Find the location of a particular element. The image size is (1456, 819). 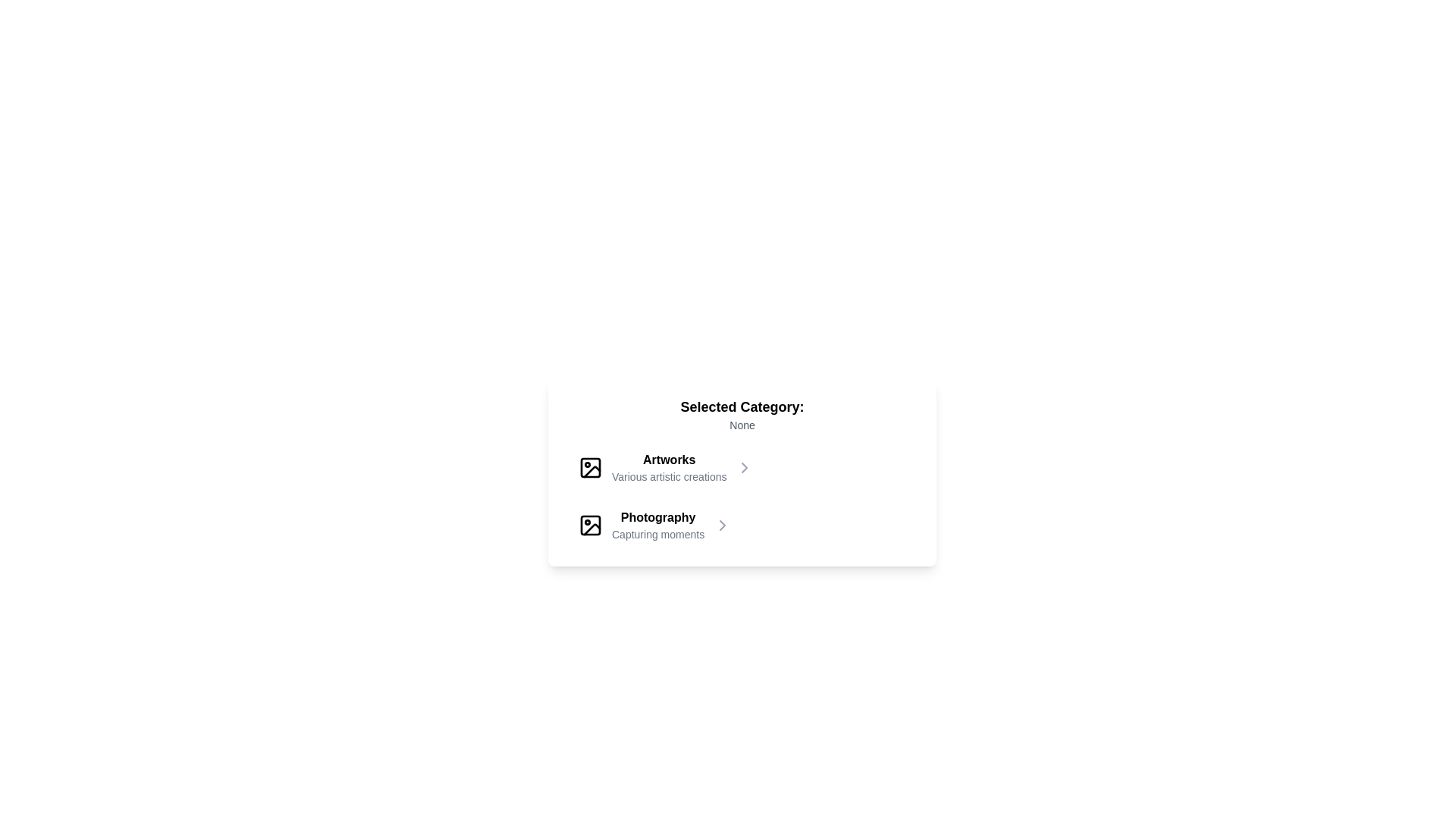

the square-shaped icon representing a photo or artwork, which is the leftmost icon in the 'Artworks' list item is located at coordinates (589, 467).